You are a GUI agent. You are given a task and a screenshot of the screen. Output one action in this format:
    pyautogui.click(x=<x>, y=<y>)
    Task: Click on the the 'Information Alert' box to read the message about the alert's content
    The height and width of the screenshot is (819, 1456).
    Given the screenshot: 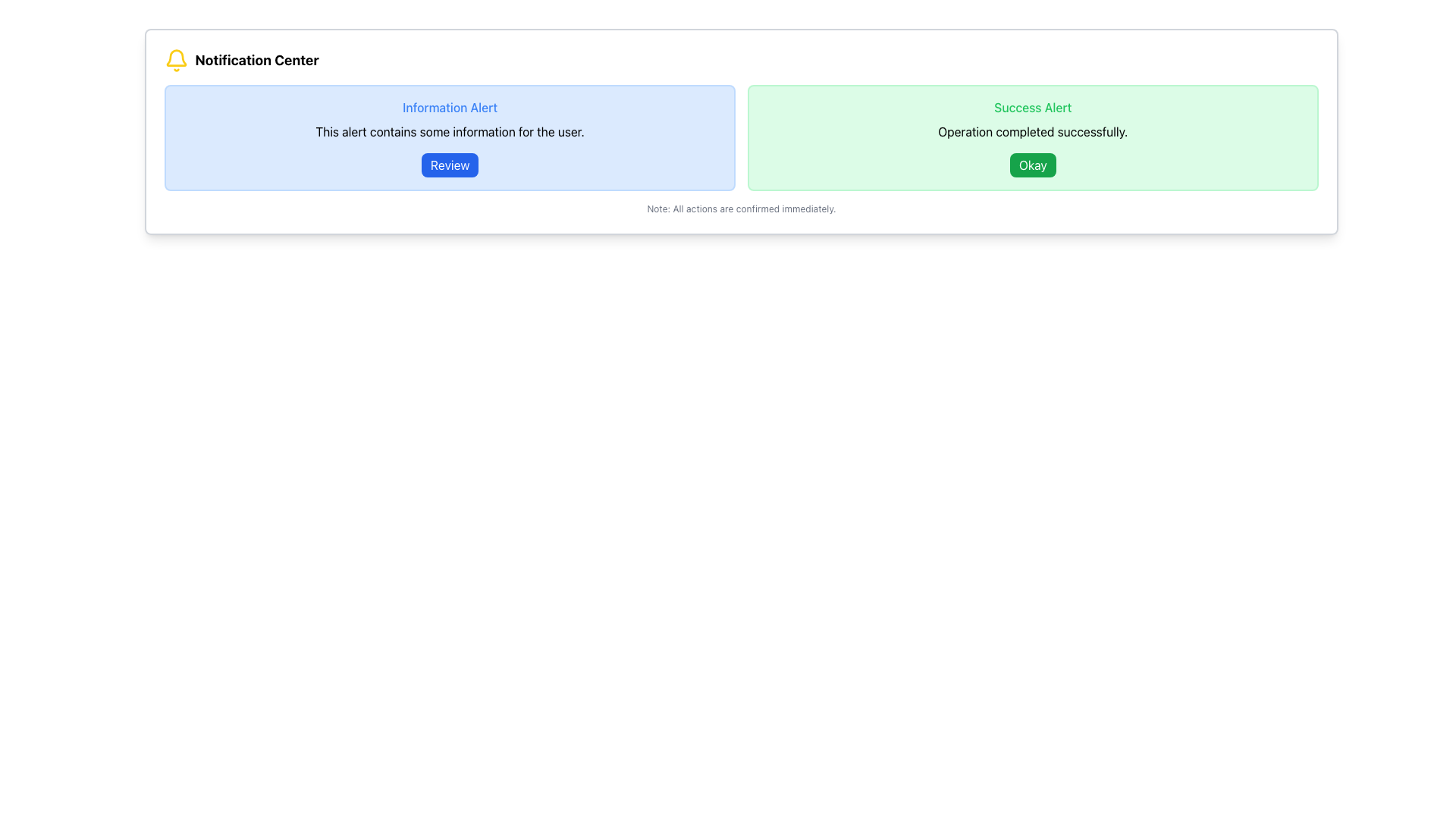 What is the action you would take?
    pyautogui.click(x=449, y=137)
    